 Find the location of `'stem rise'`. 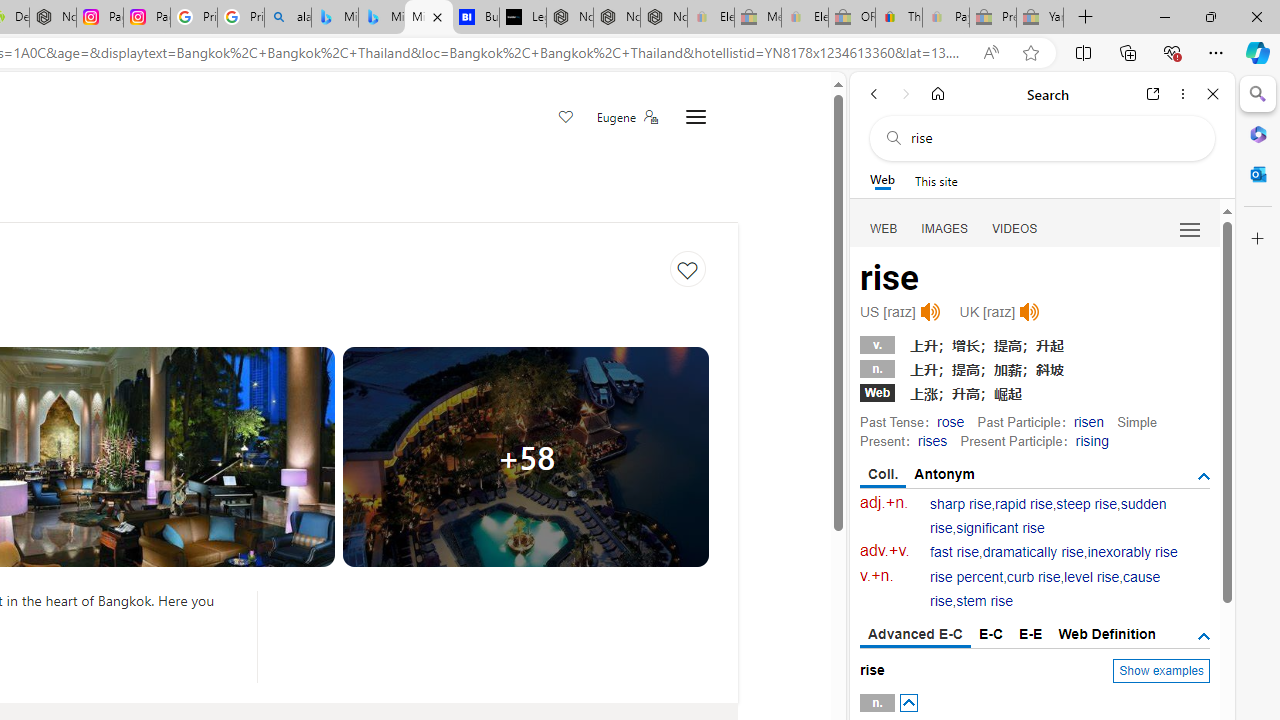

'stem rise' is located at coordinates (984, 600).